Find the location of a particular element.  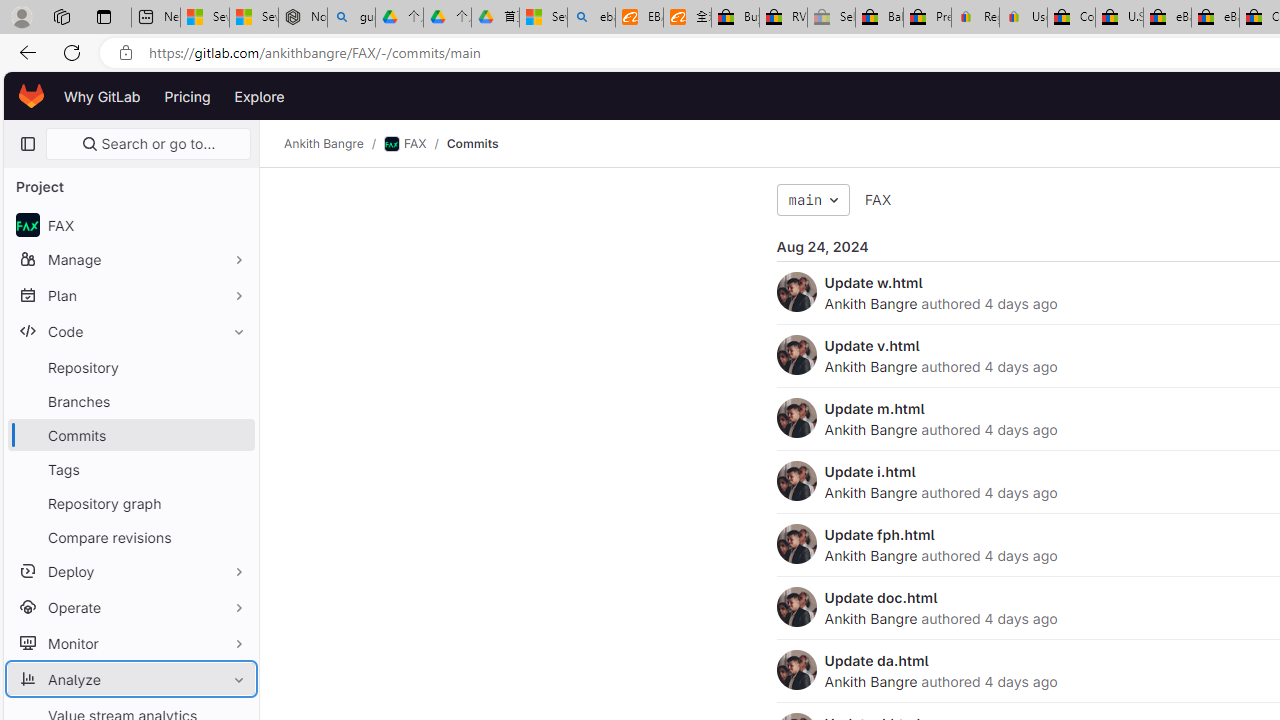

'Compare revisions' is located at coordinates (130, 536).